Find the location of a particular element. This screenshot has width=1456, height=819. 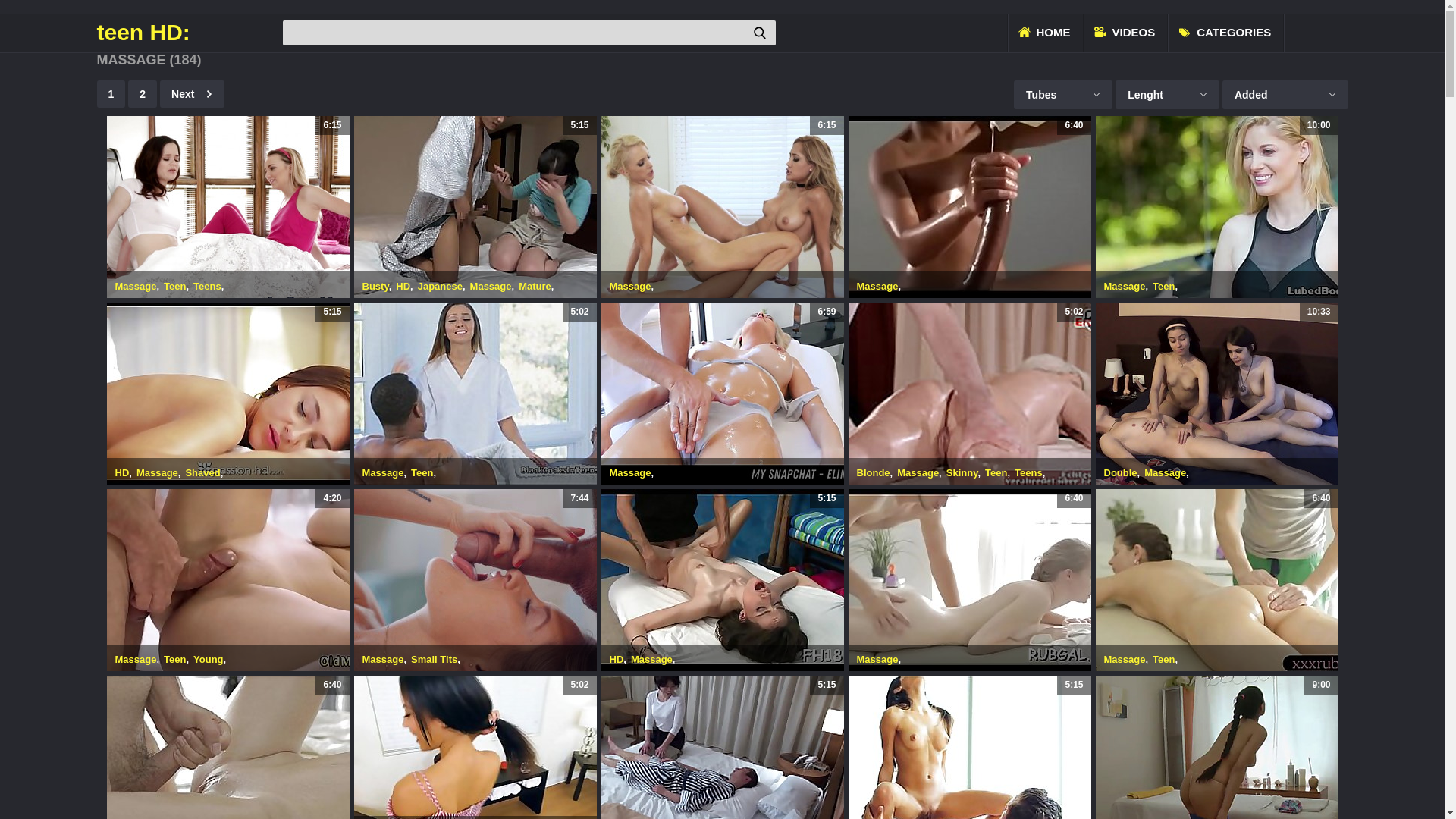

'5:15' is located at coordinates (473, 207).